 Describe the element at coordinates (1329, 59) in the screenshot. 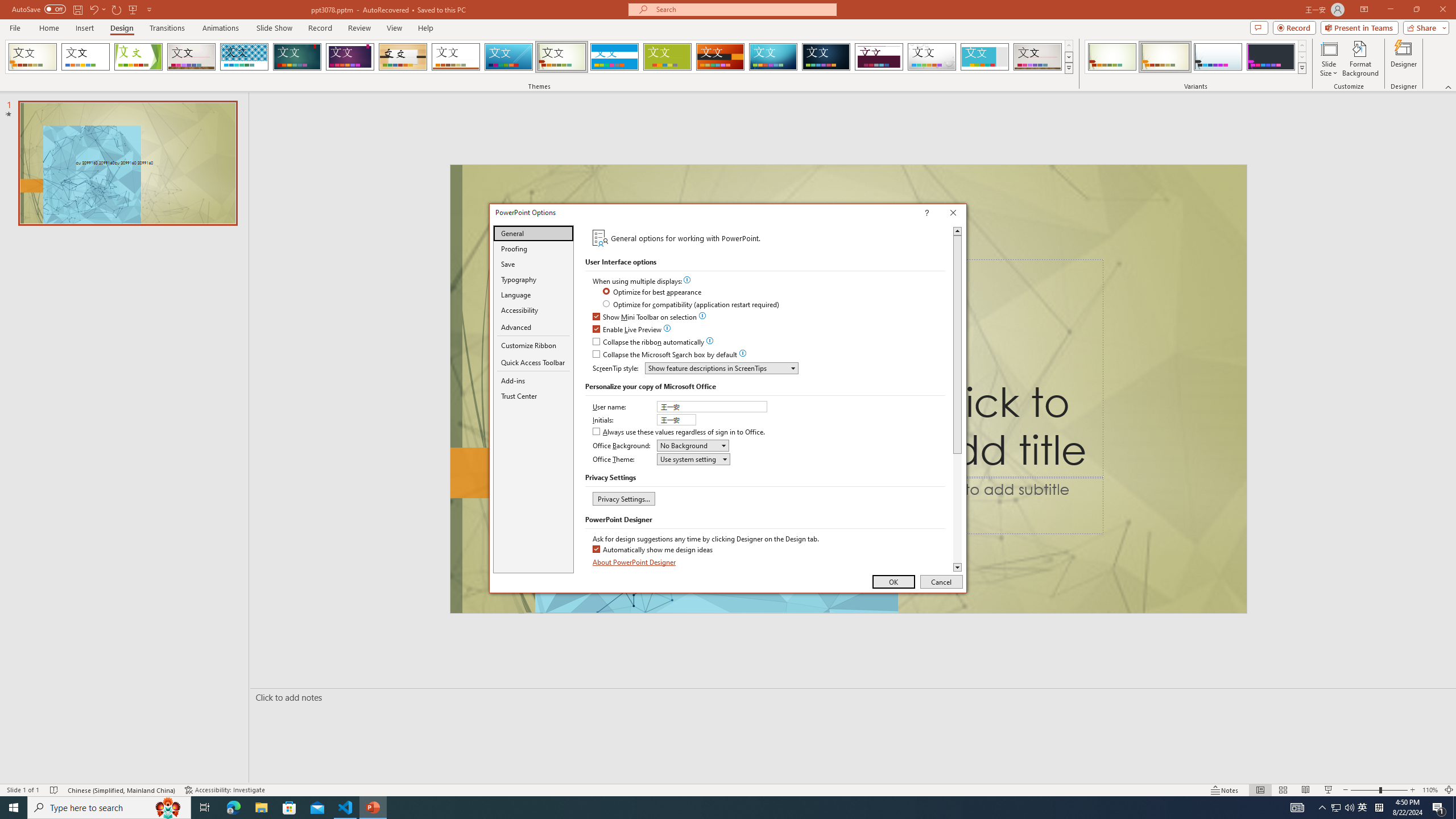

I see `'Slide Size'` at that location.